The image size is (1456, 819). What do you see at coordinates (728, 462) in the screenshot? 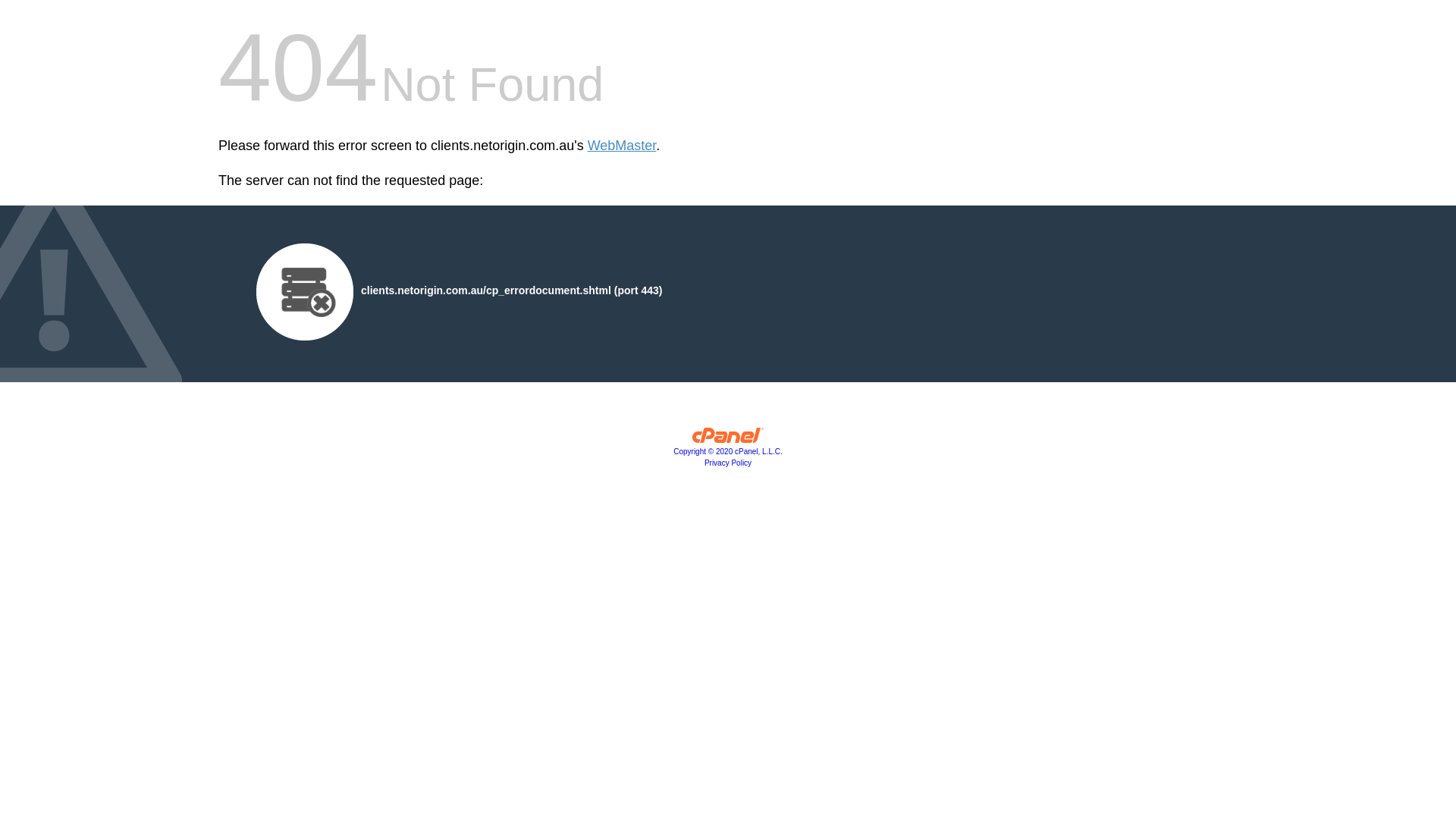
I see `'Privacy Policy'` at bounding box center [728, 462].